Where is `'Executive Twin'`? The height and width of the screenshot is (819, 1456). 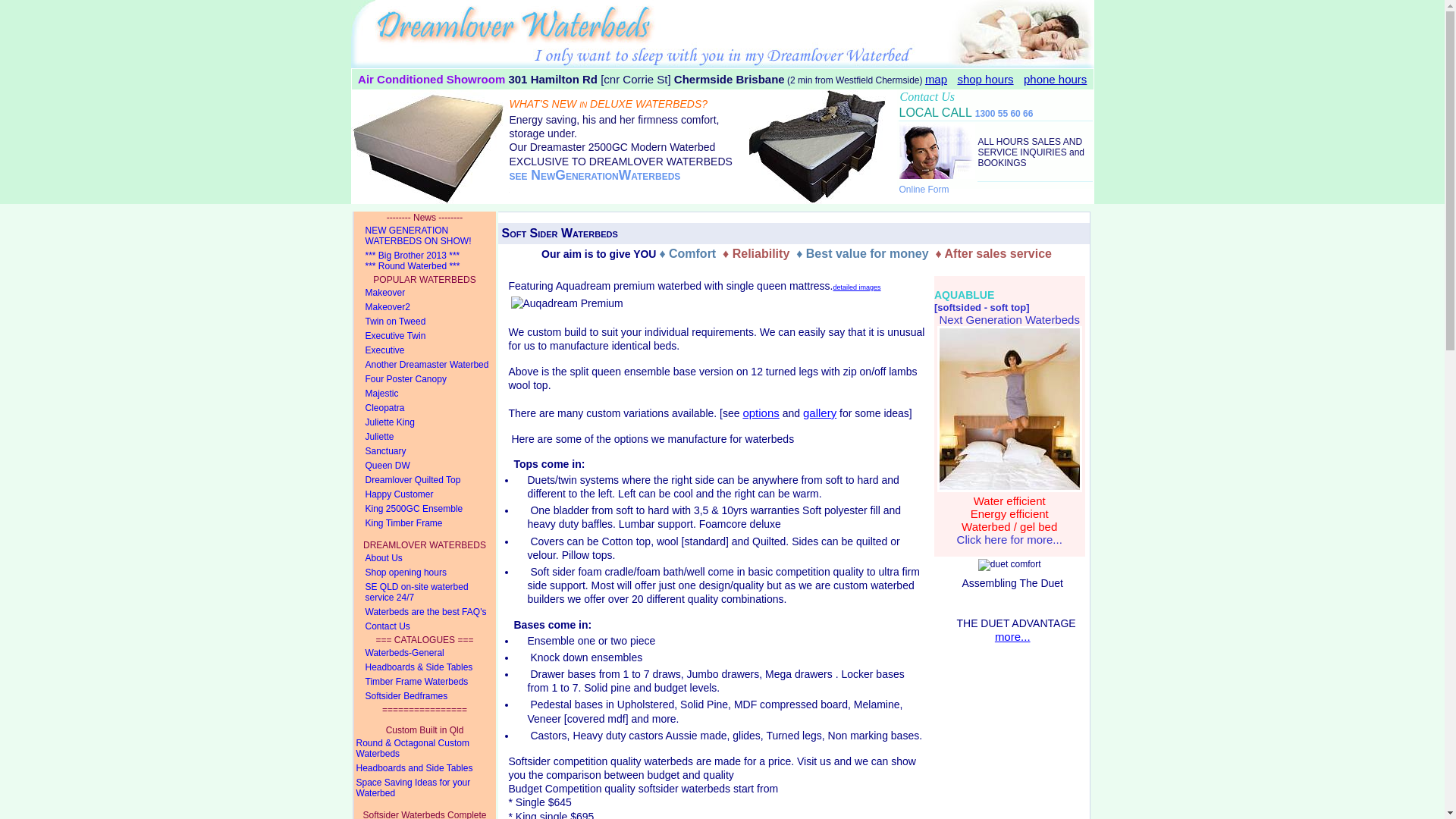
'Executive Twin' is located at coordinates (424, 335).